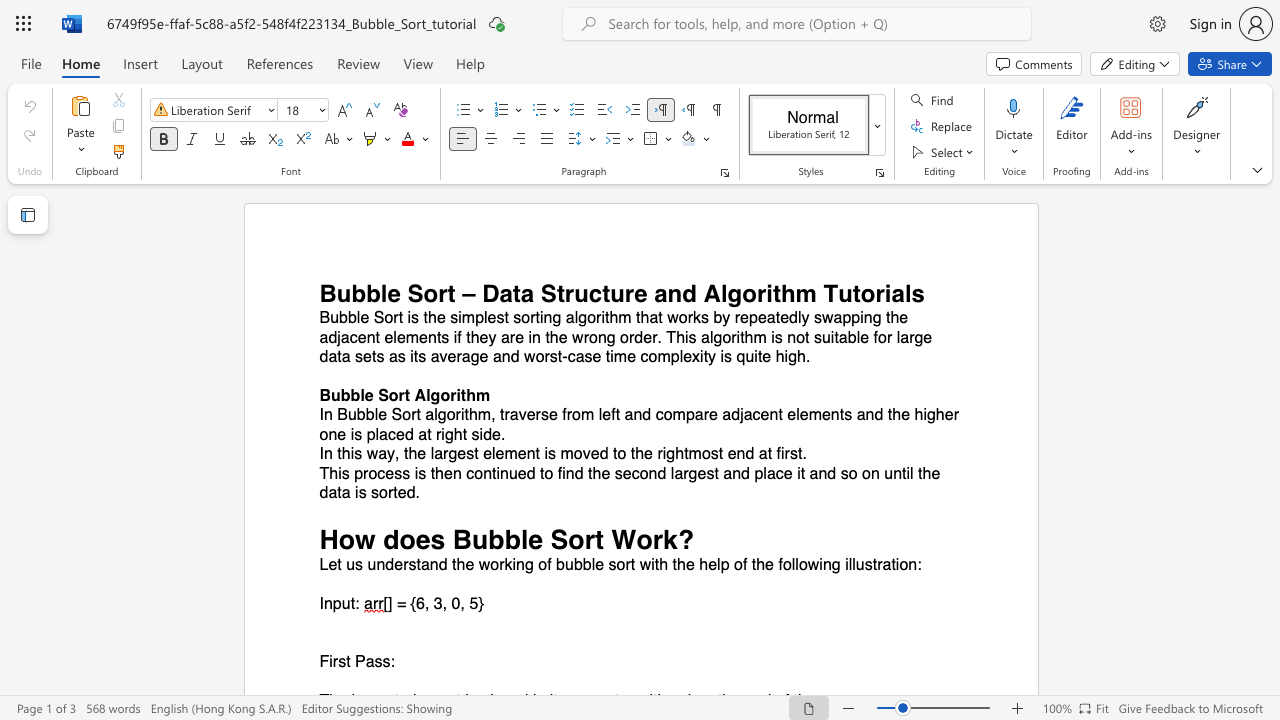  What do you see at coordinates (528, 538) in the screenshot?
I see `the subset text "e Sort W" within the text "How does Bubble Sort Work?"` at bounding box center [528, 538].